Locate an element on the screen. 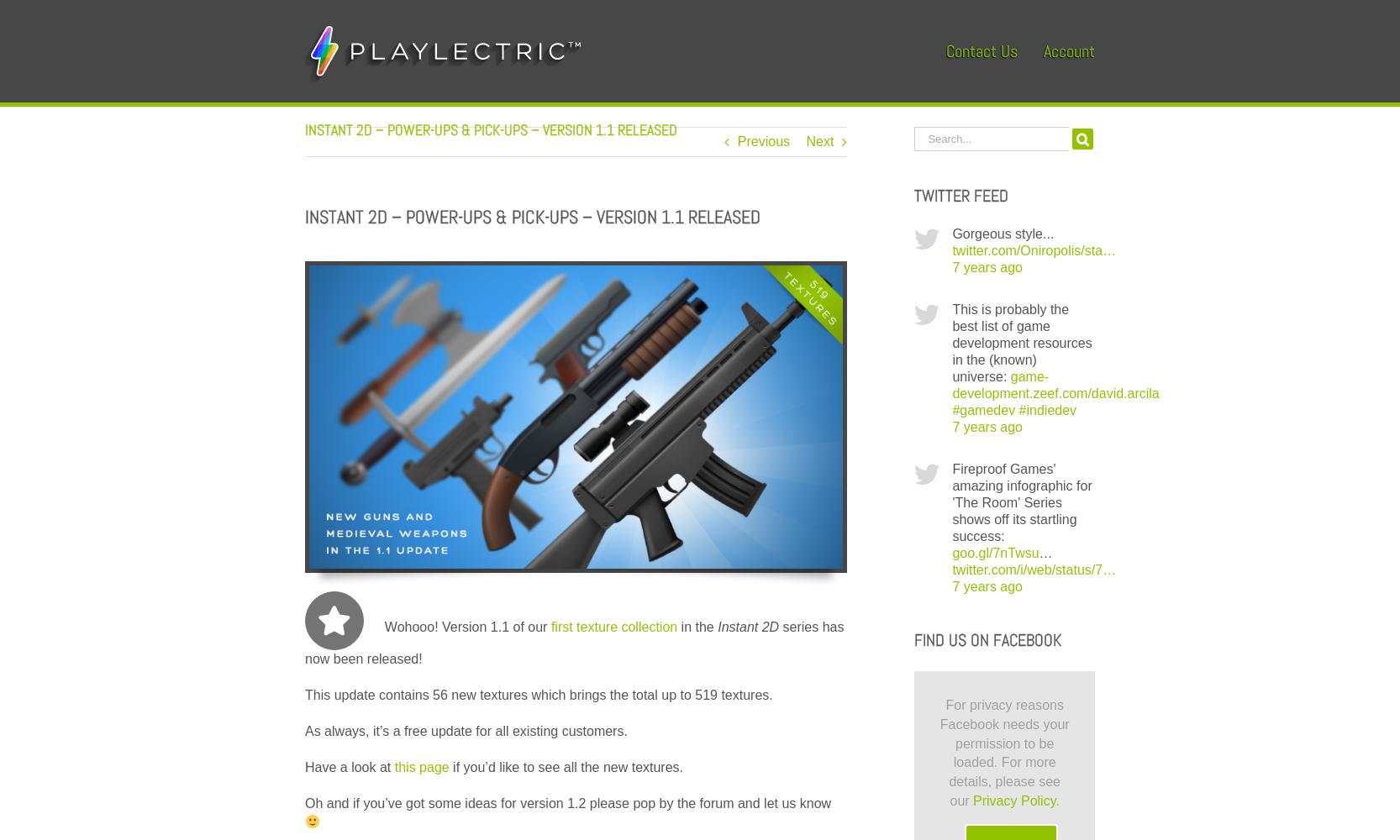  'Find us on Facebook' is located at coordinates (987, 640).